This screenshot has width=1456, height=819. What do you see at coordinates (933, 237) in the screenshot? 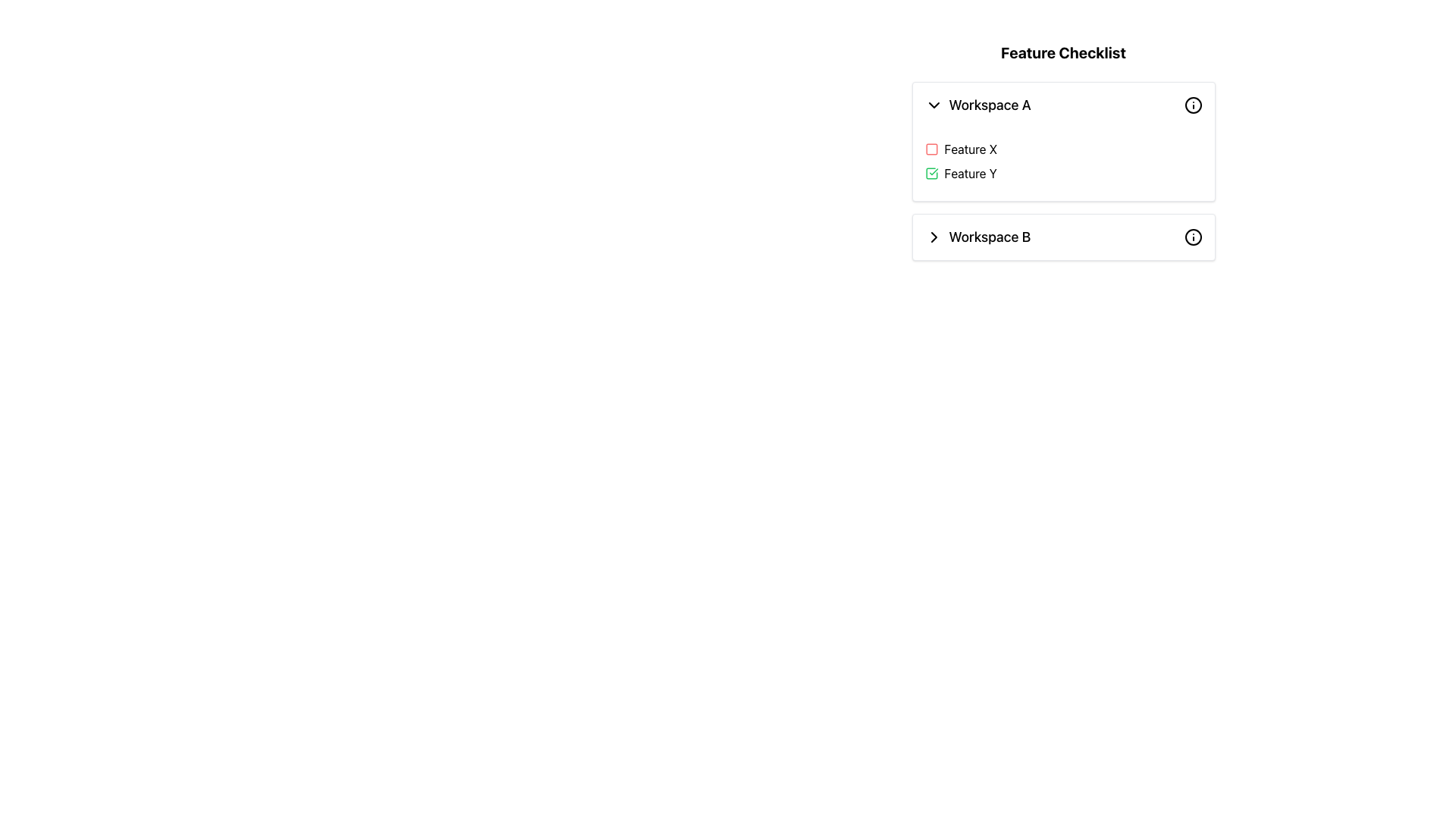
I see `the rightward-pointing chevron icon with a black stroke outline located in the 'Workspace B' row, preceding the text label 'Workspace B'` at bounding box center [933, 237].